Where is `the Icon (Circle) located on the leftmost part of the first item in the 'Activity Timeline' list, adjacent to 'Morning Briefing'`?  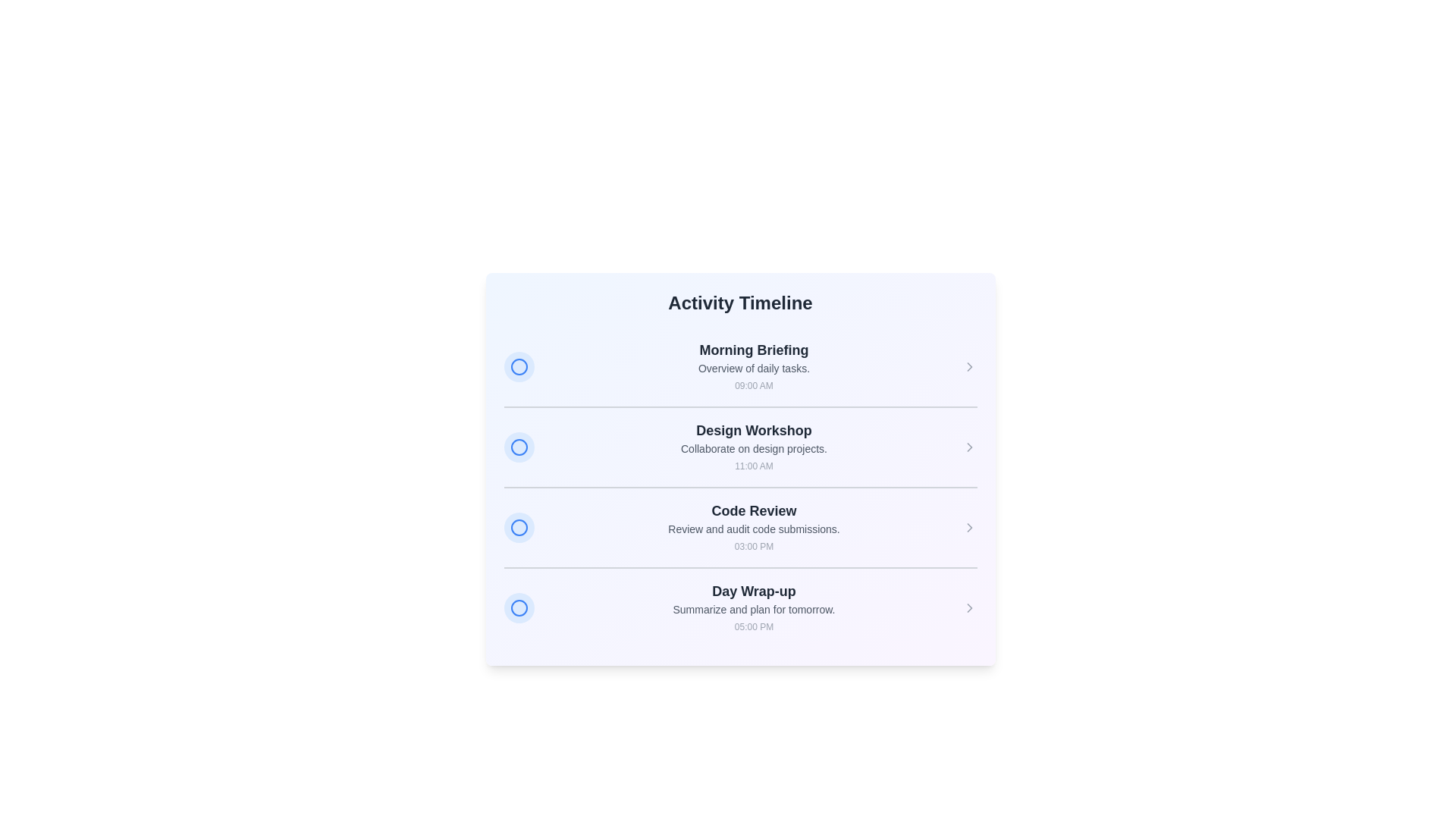
the Icon (Circle) located on the leftmost part of the first item in the 'Activity Timeline' list, adjacent to 'Morning Briefing' is located at coordinates (519, 366).